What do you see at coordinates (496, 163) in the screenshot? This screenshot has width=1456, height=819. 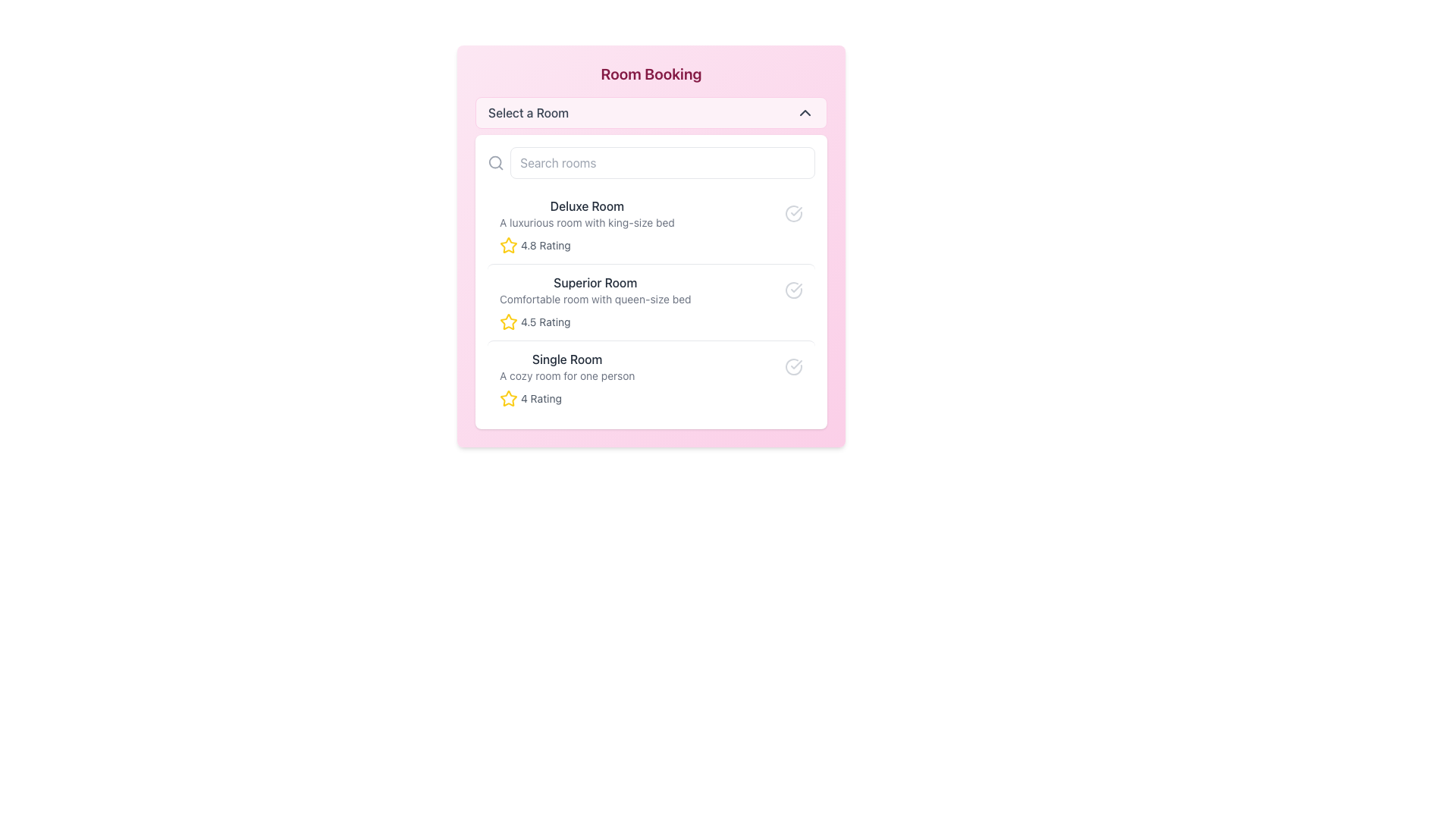 I see `the gray magnifying glass icon located inside the search input area, positioned to the left of the 'Search rooms' input box` at bounding box center [496, 163].